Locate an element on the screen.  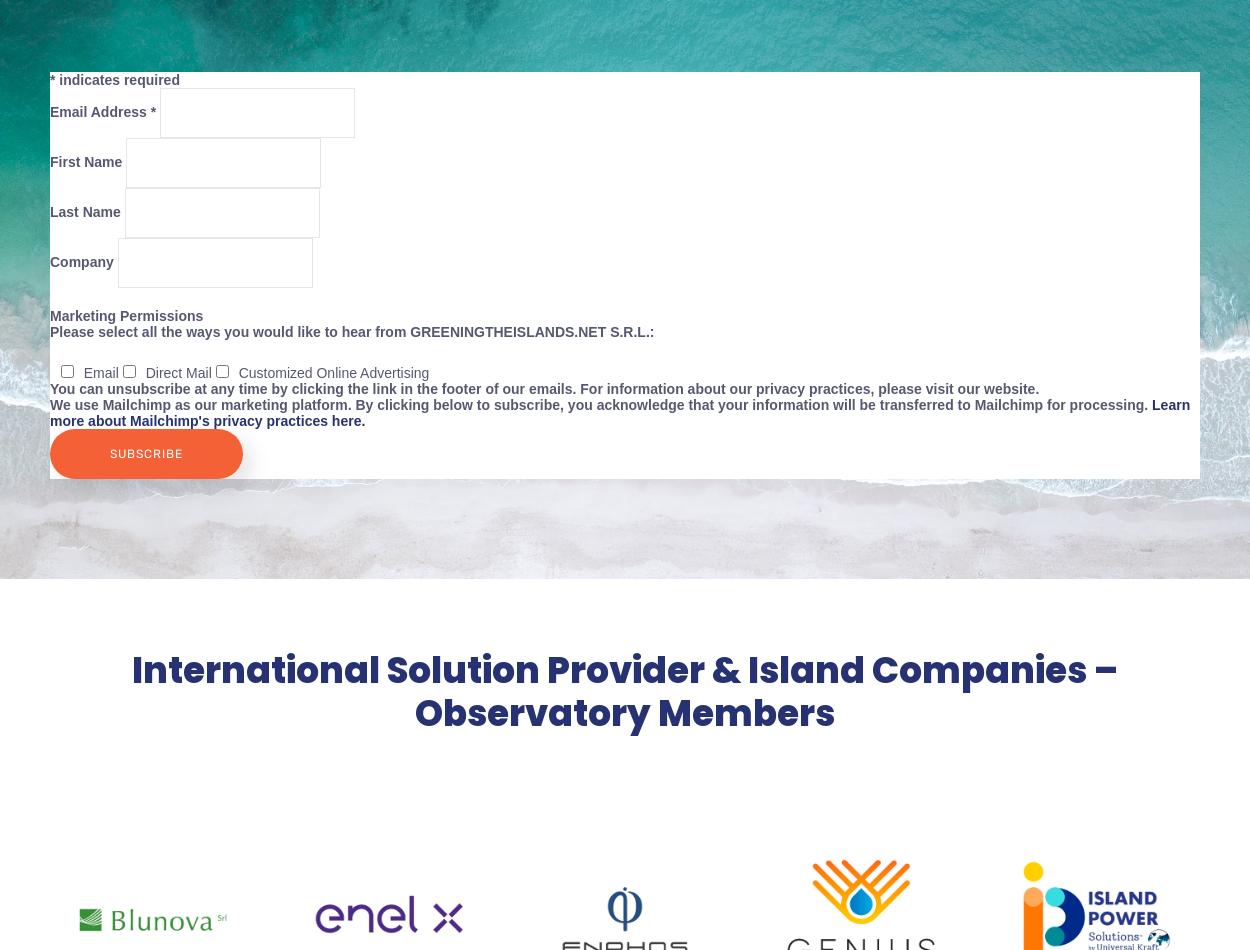
'Blunova' is located at coordinates (153, 922).